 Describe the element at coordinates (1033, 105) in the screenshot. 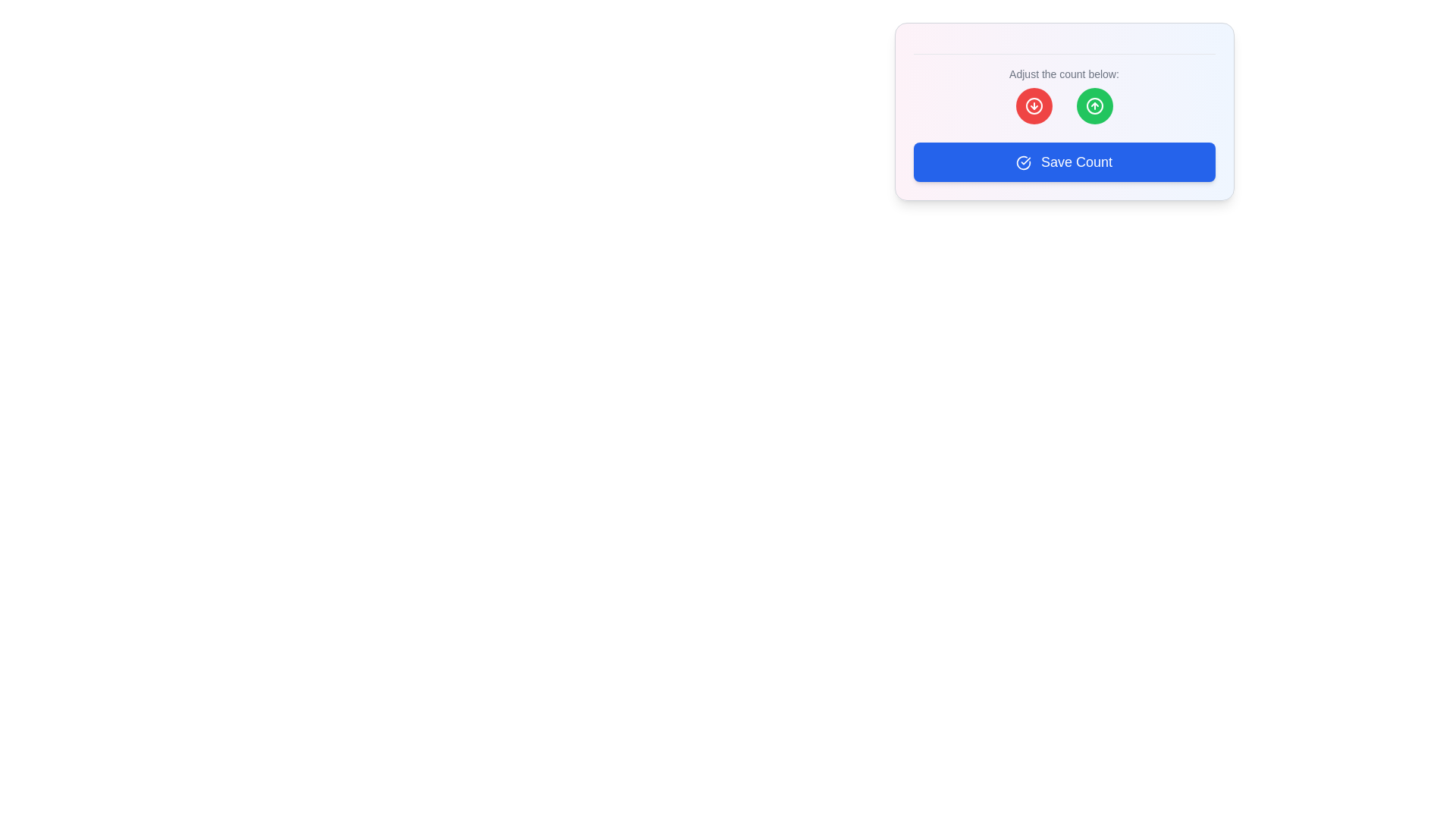

I see `the red circular button with a downward pointing arrow icon, located to the left of the green upward pointing arrow button` at that location.